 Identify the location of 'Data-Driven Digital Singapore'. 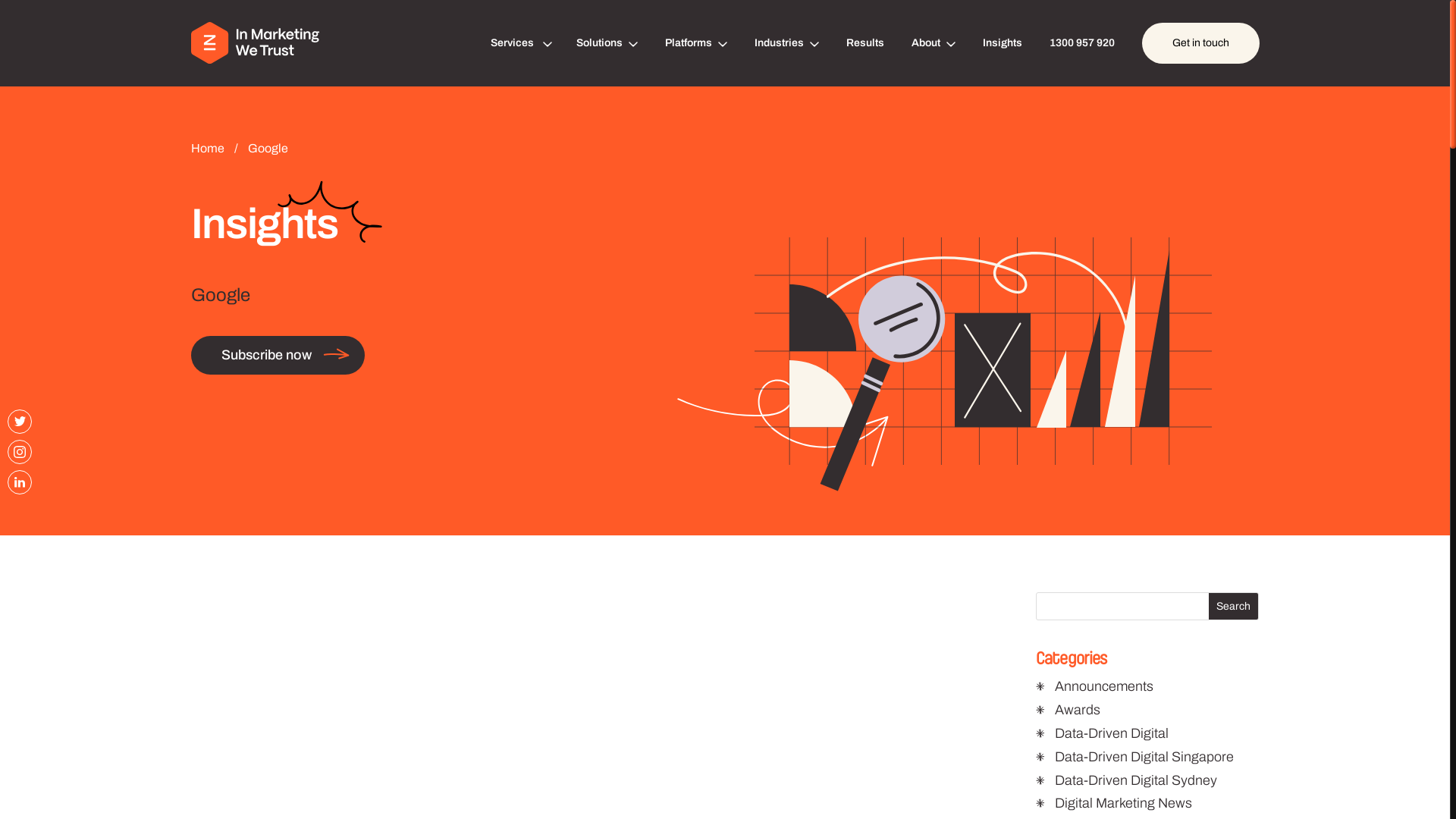
(1144, 757).